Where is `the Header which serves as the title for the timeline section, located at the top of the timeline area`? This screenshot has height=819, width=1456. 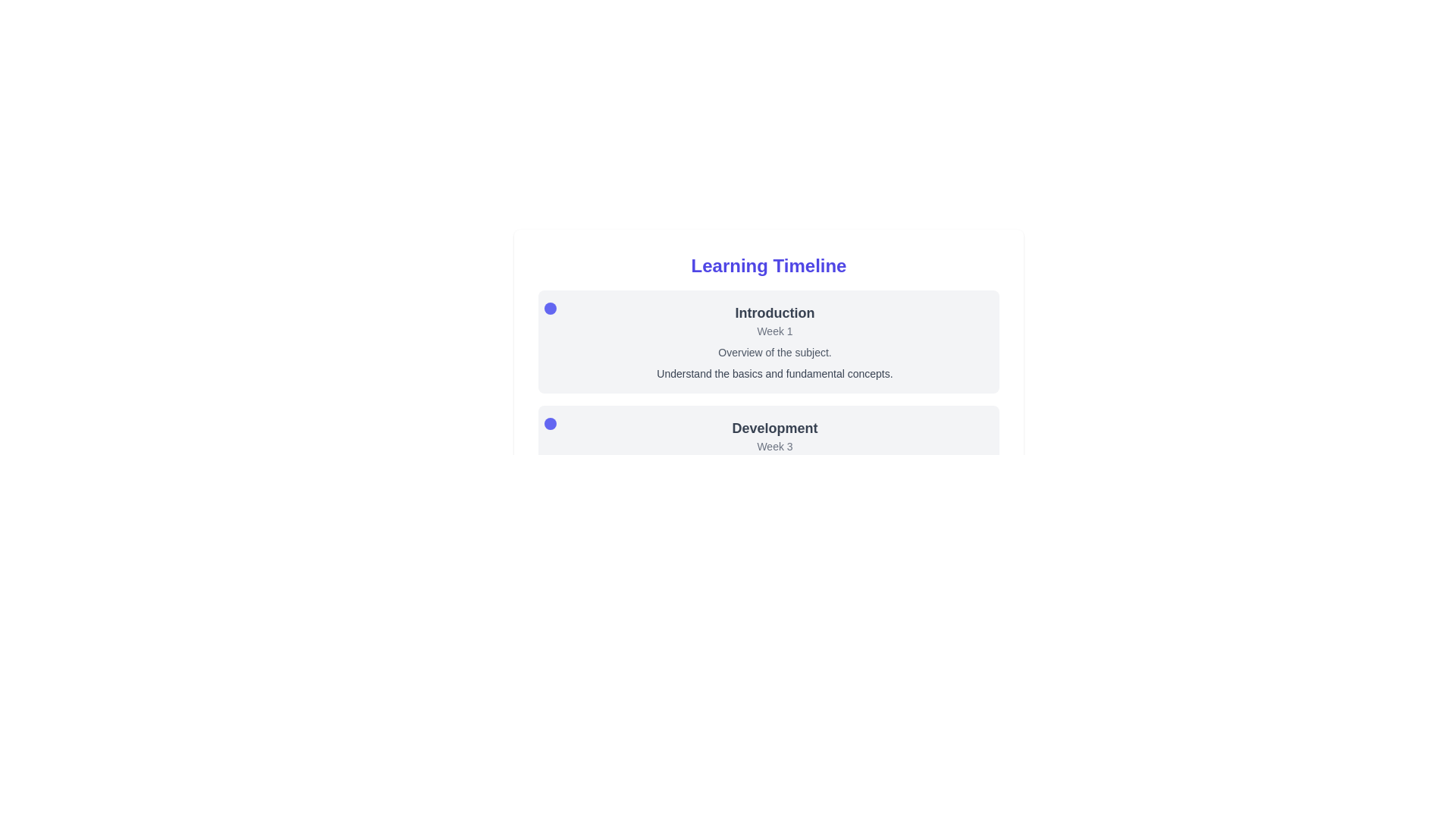 the Header which serves as the title for the timeline section, located at the top of the timeline area is located at coordinates (768, 265).